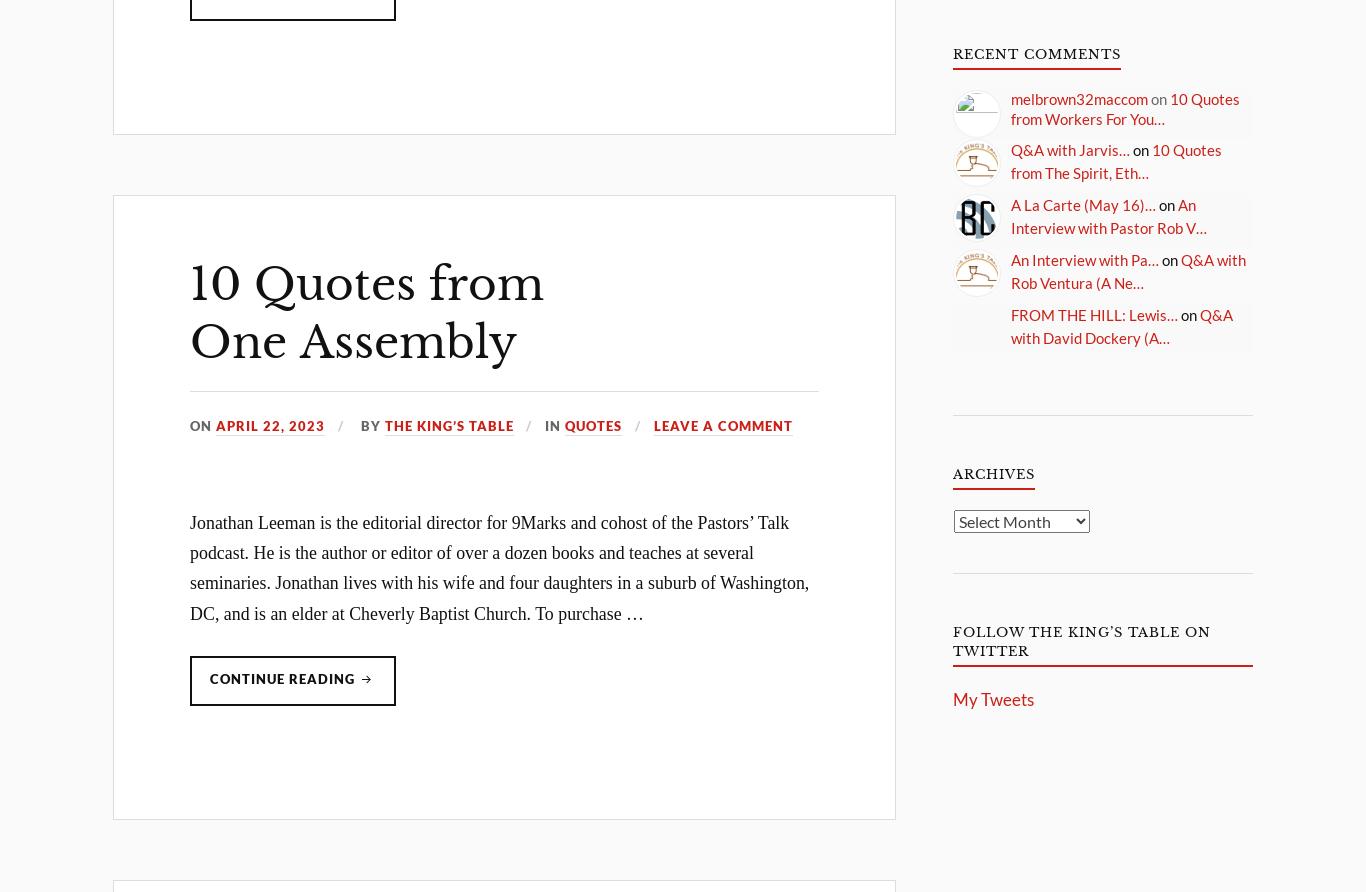 Image resolution: width=1366 pixels, height=892 pixels. Describe the element at coordinates (284, 678) in the screenshot. I see `'Continue reading'` at that location.